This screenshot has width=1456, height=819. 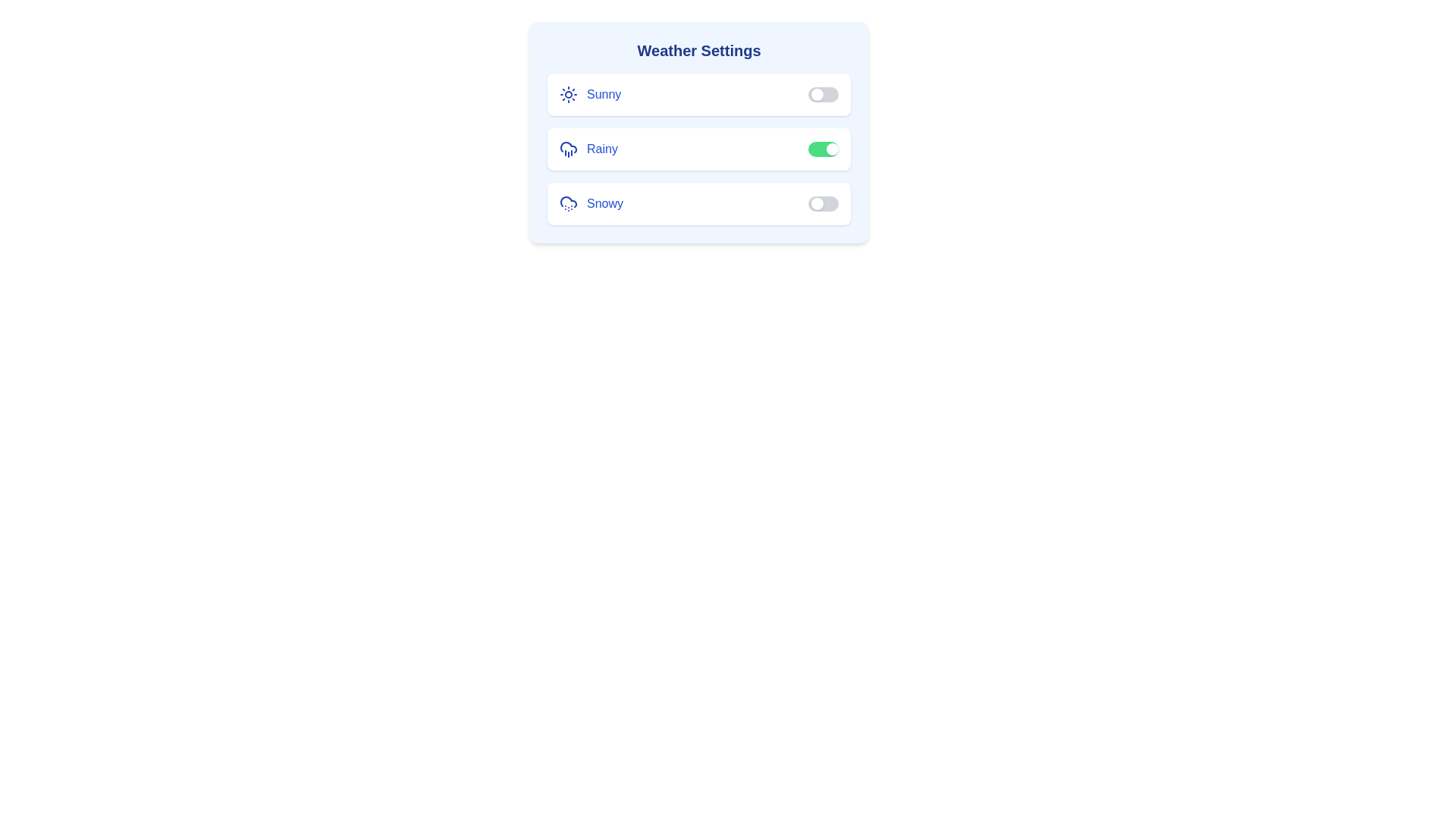 What do you see at coordinates (817, 203) in the screenshot?
I see `the toggle switch knob for the 'Snowy' weather setting, located in the third row of the weather settings menu` at bounding box center [817, 203].